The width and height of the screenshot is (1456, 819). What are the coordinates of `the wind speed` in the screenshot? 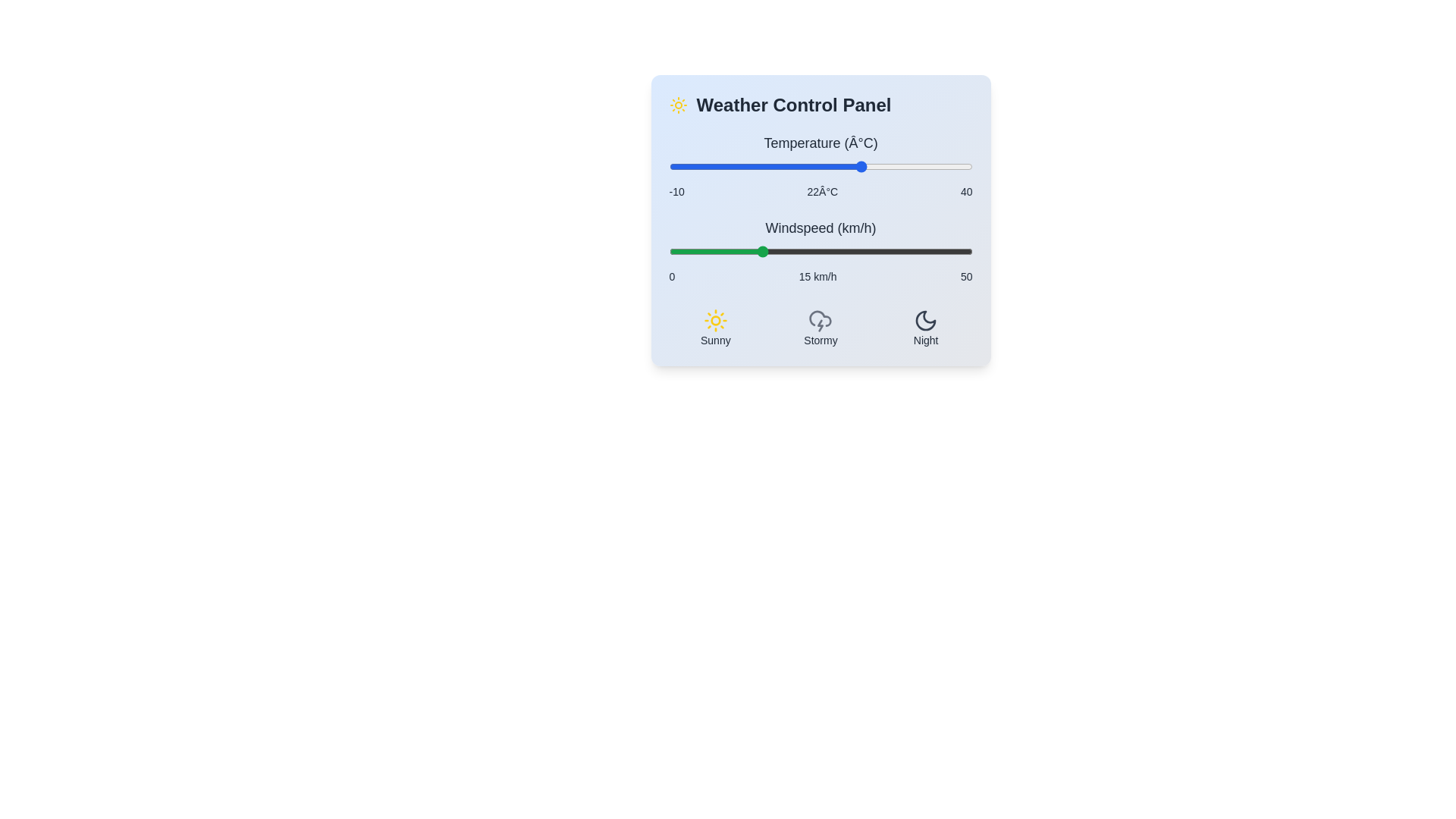 It's located at (742, 250).